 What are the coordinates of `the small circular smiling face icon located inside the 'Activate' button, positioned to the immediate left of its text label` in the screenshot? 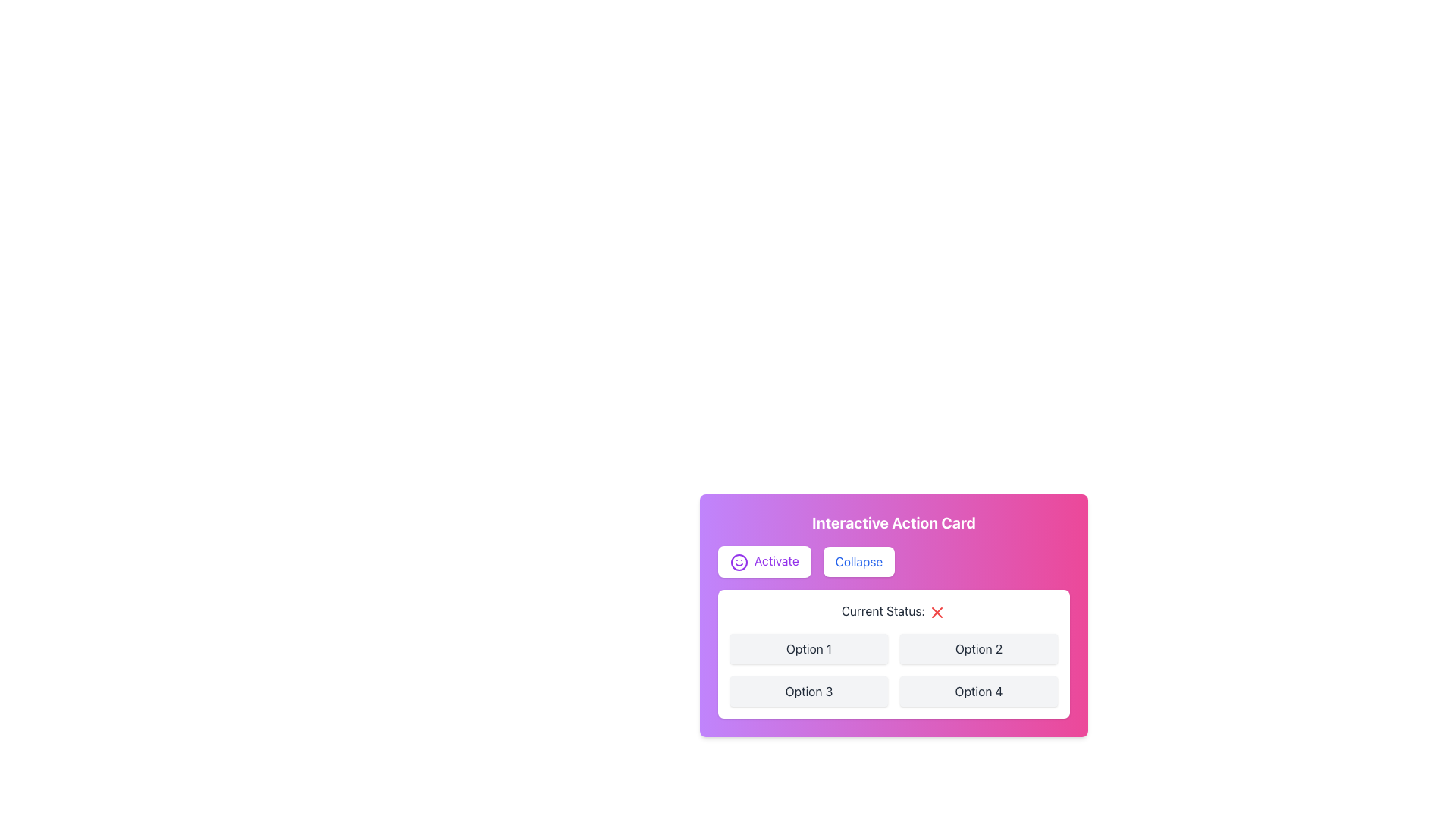 It's located at (739, 561).